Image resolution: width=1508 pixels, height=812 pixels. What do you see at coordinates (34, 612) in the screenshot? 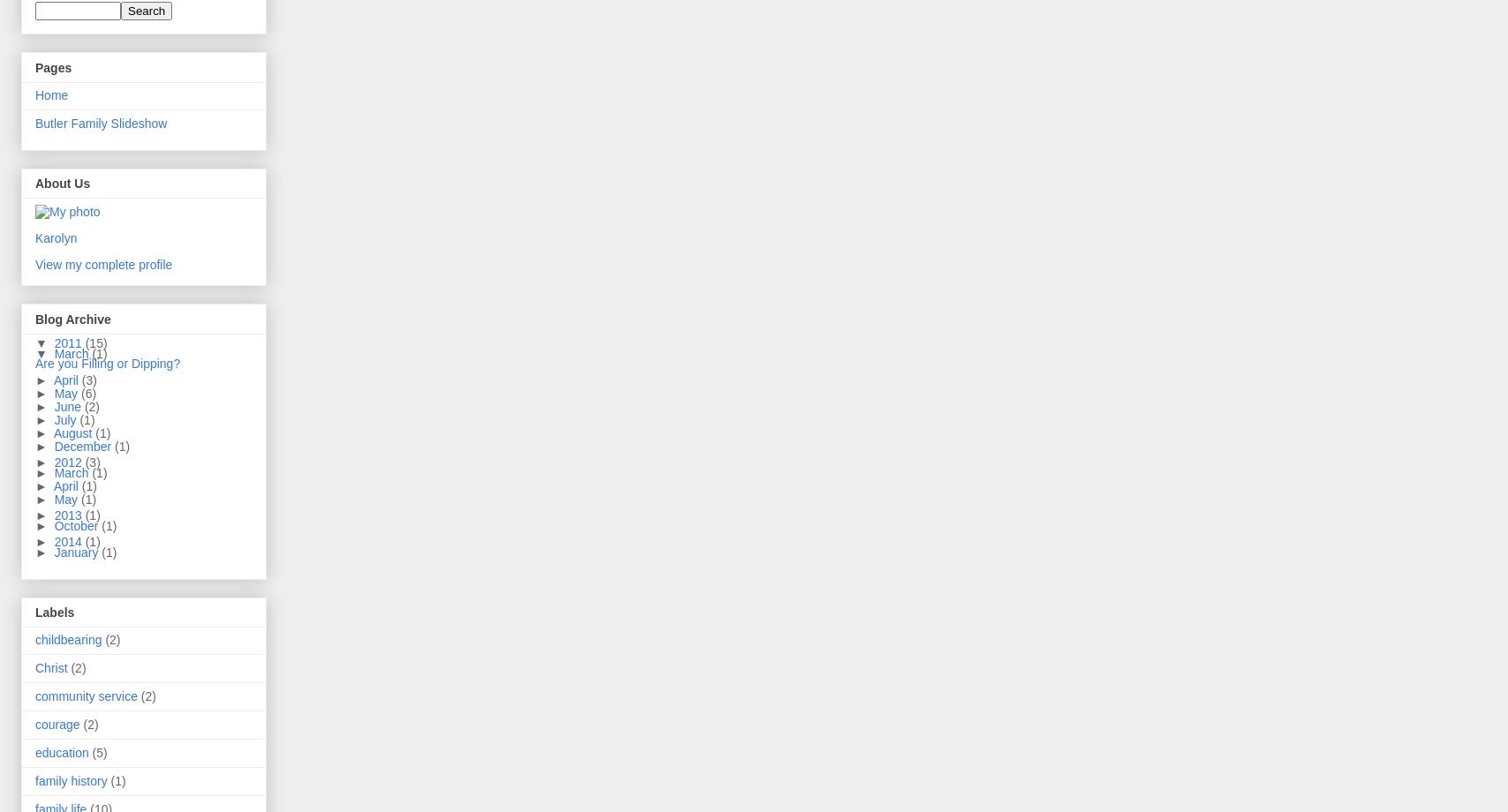
I see `'Labels'` at bounding box center [34, 612].